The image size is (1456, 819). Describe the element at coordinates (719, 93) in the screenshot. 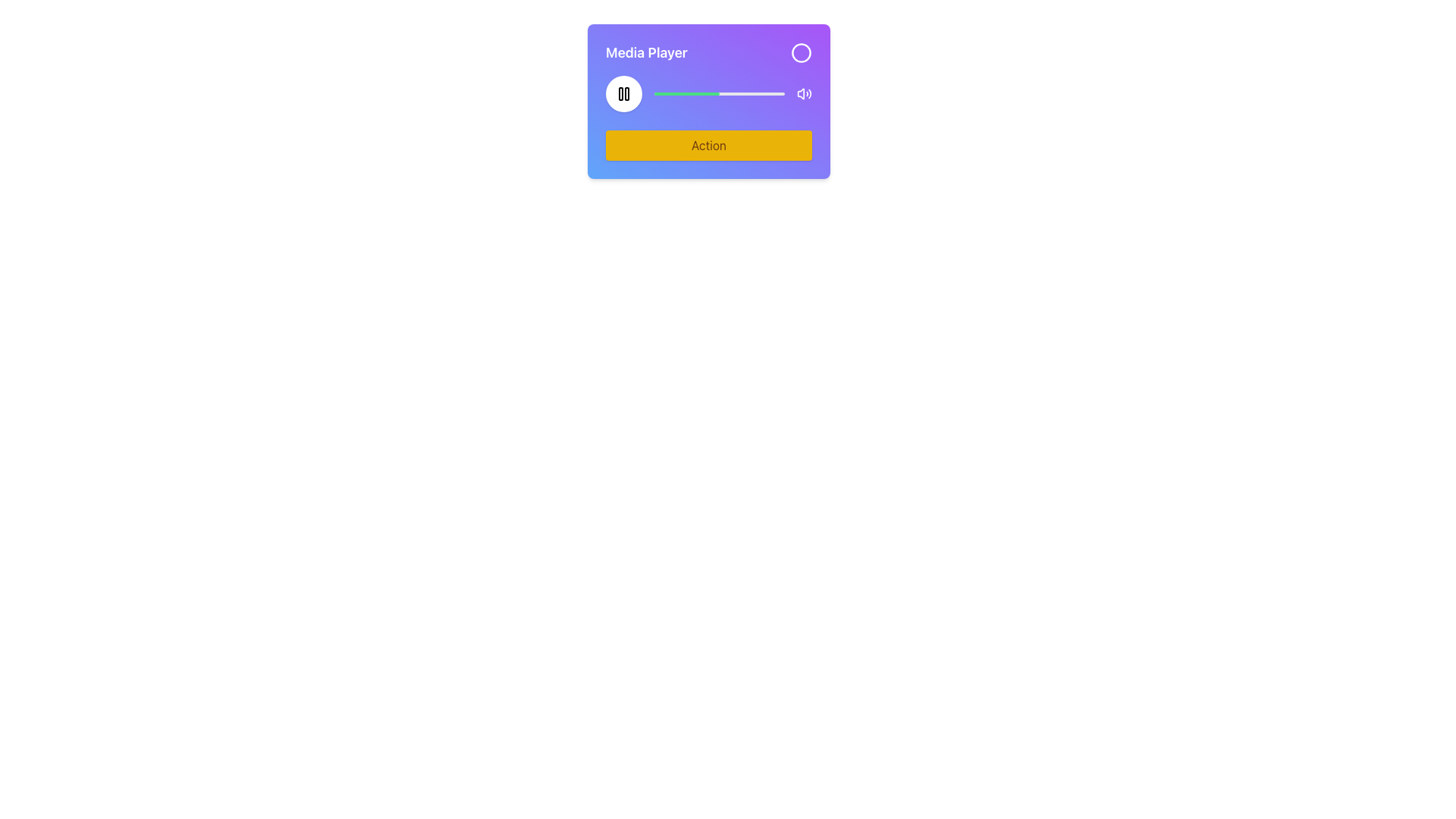

I see `the progress value of the horizontal progress bar, which is a thin, rounded rectangle with a light gray background and a green filled segment indicating progression` at that location.